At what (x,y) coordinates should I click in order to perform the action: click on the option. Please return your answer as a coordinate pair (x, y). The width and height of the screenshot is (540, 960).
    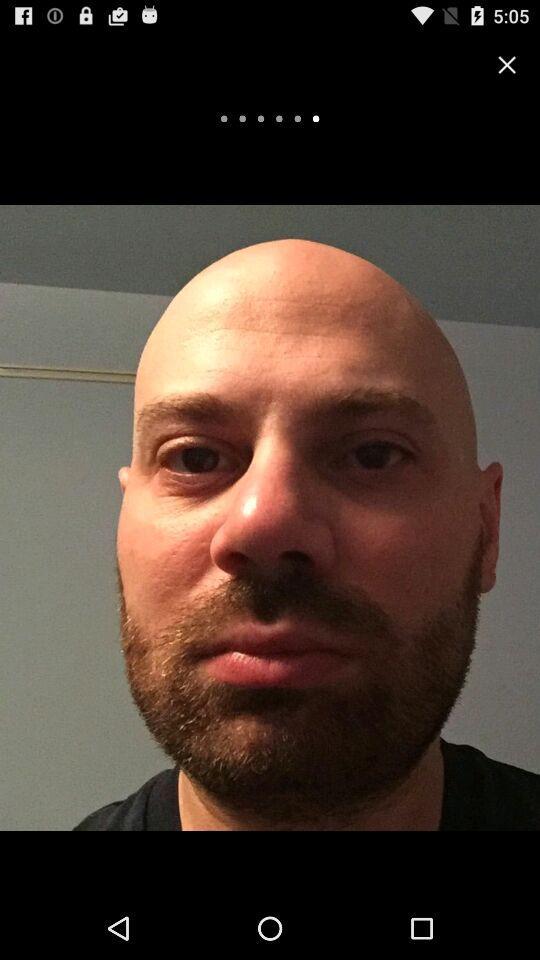
    Looking at the image, I should click on (507, 64).